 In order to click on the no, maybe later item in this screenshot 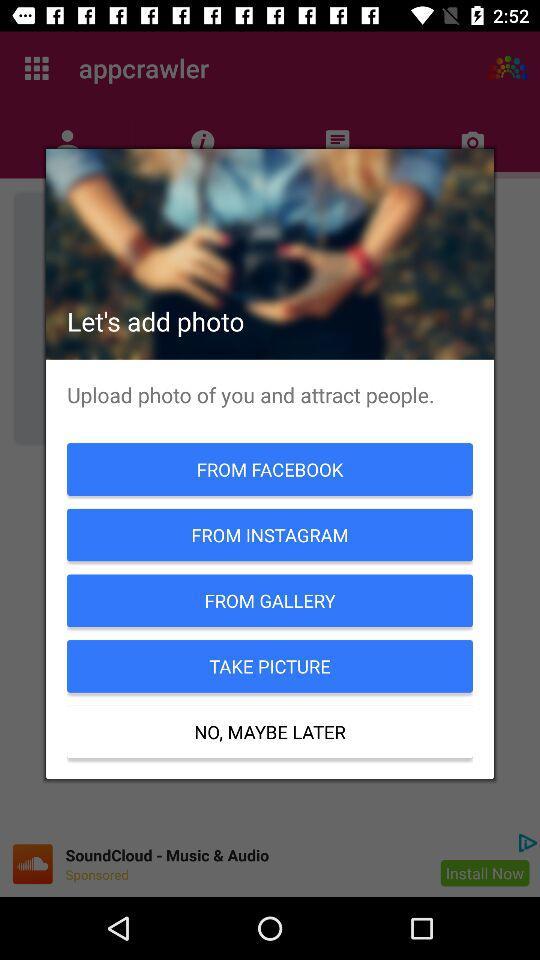, I will do `click(270, 731)`.